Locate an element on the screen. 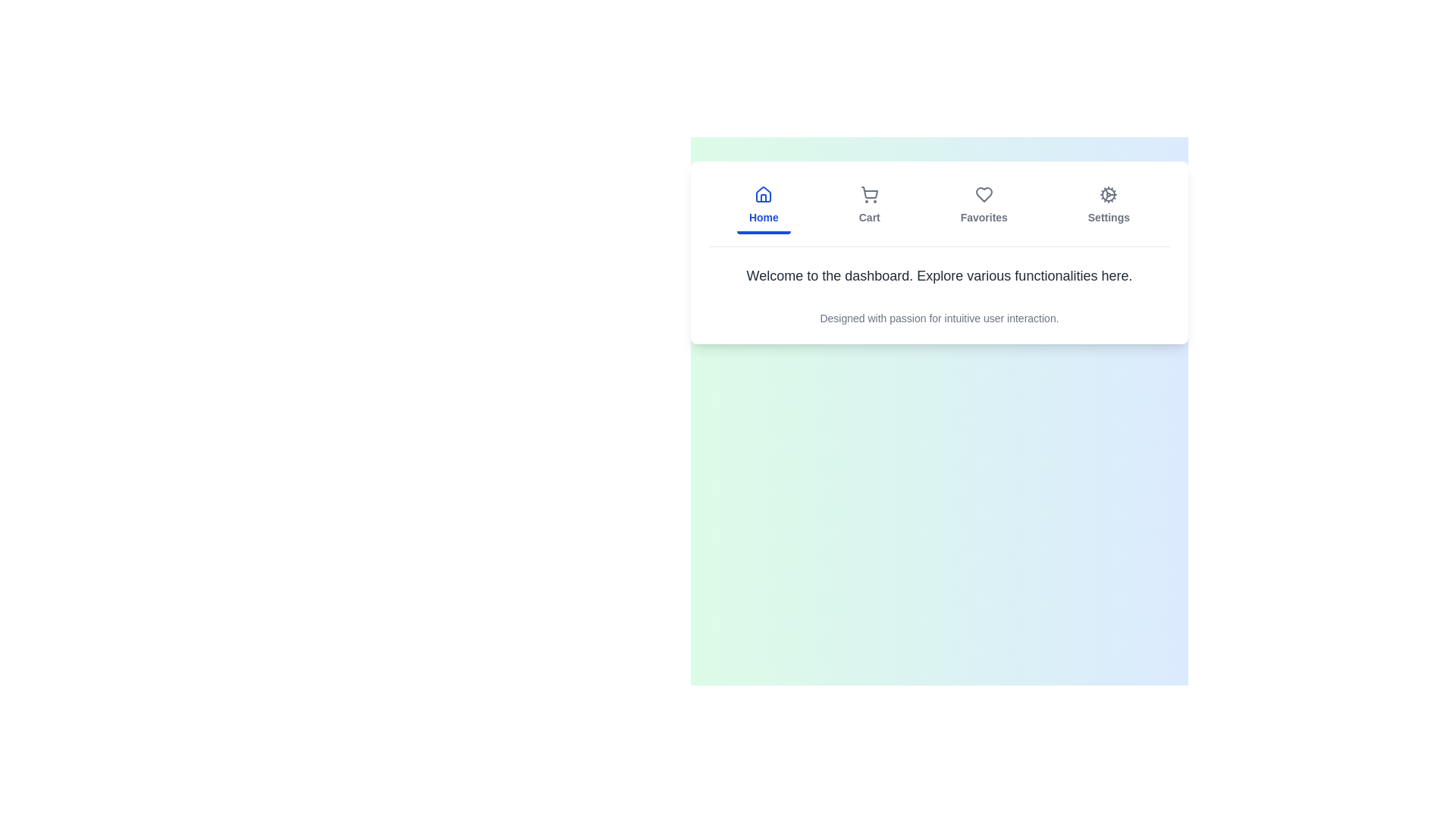  the 'Favorites' button, which is a vertically-stacked icon of a heart and the text 'Favorites' in a subdued gray color is located at coordinates (984, 207).